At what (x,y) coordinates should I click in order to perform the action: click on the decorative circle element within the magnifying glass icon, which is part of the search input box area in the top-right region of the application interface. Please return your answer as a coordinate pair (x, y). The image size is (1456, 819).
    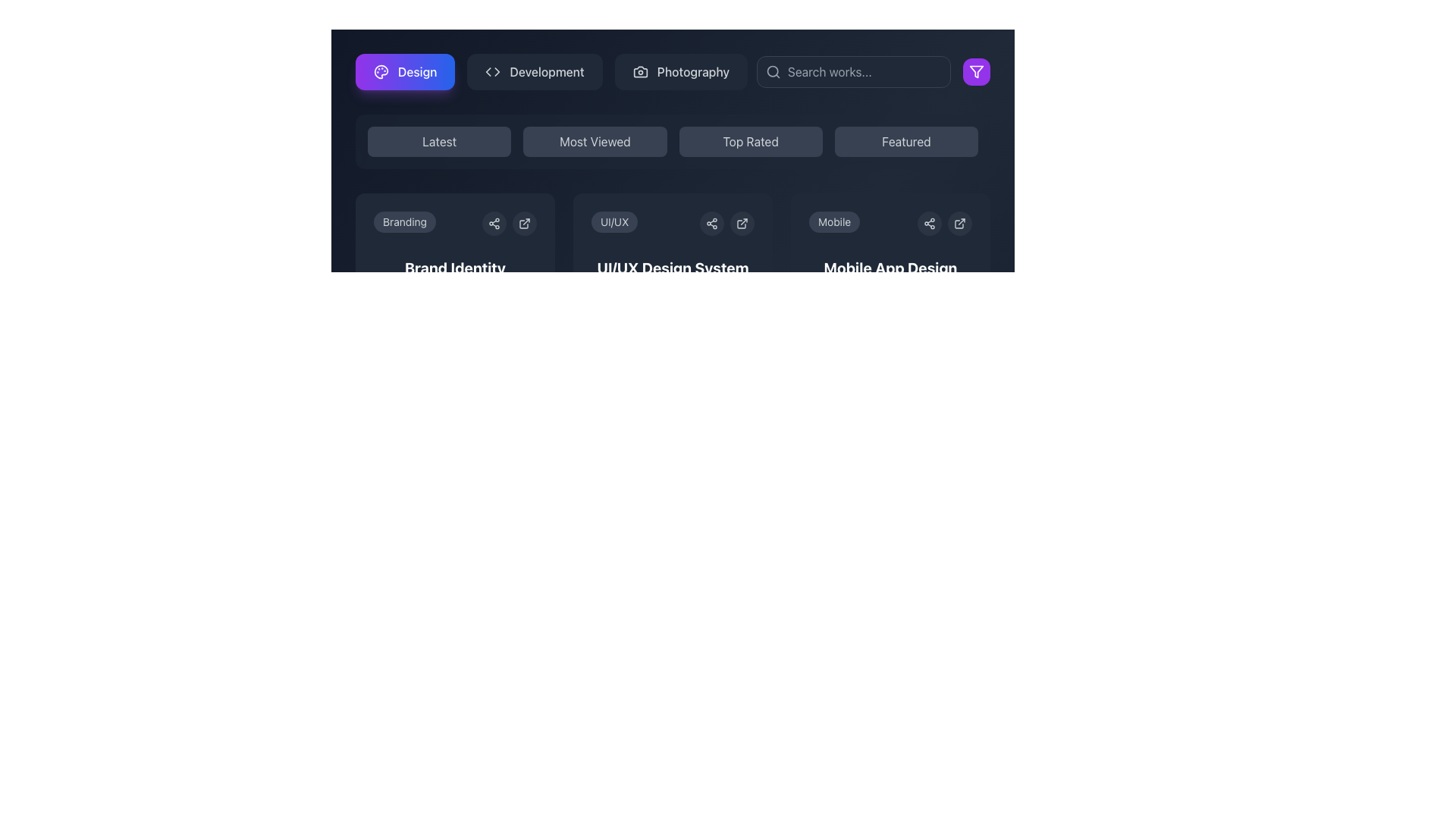
    Looking at the image, I should click on (773, 71).